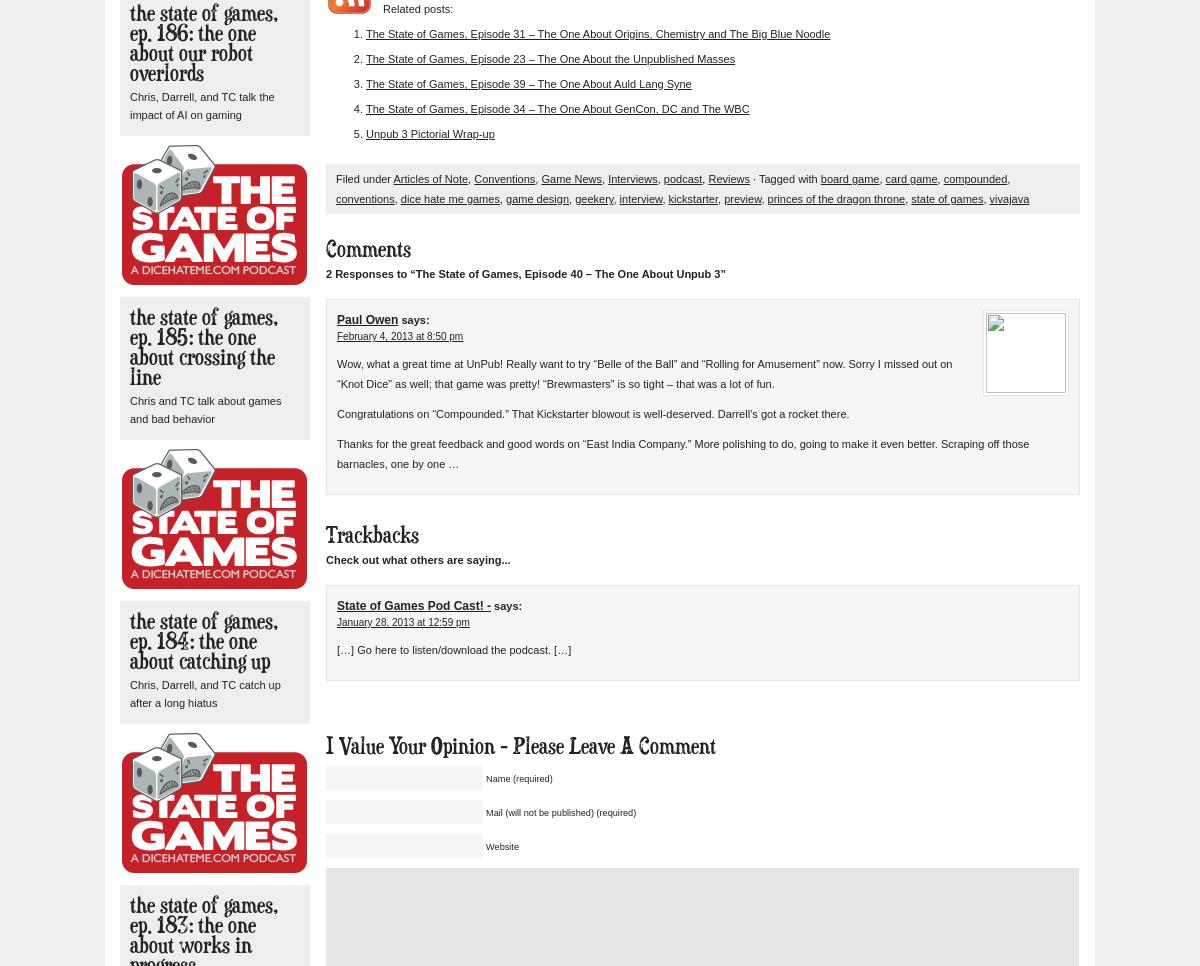  Describe the element at coordinates (129, 105) in the screenshot. I see `'Chris, Darrell, and TC talk the impact of AI on gaming'` at that location.